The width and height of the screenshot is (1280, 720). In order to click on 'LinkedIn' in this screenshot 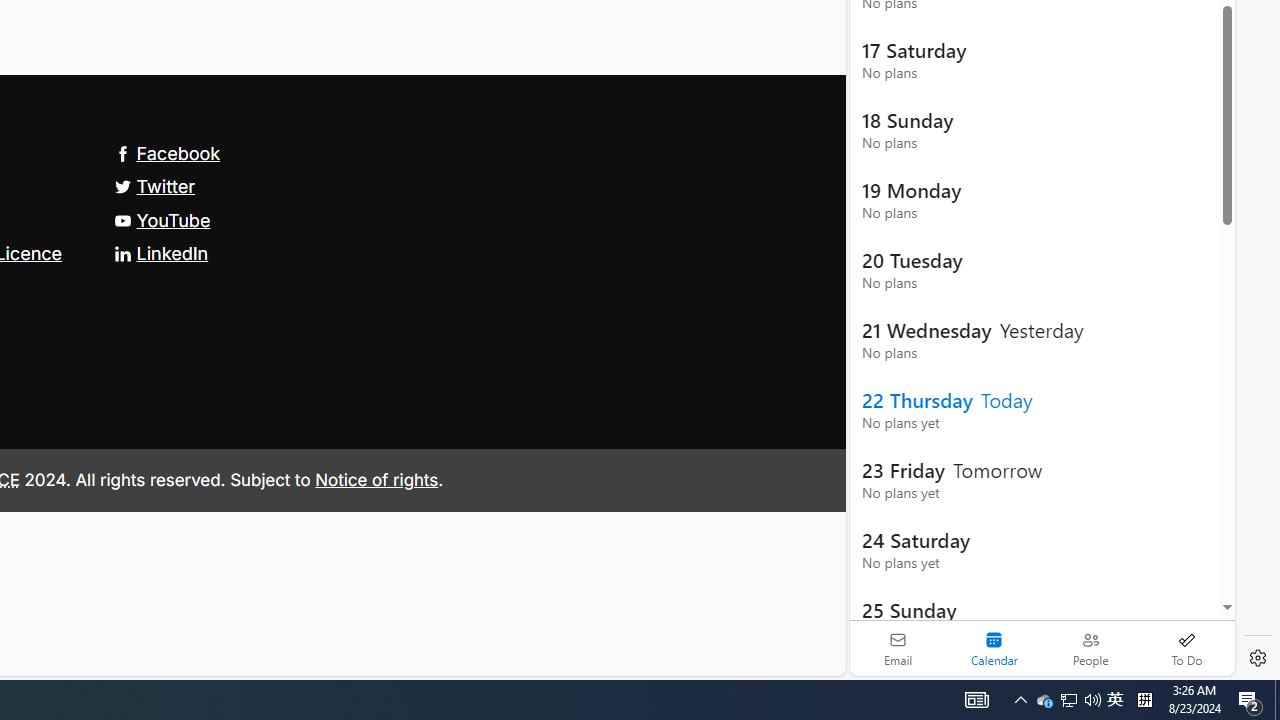, I will do `click(161, 252)`.